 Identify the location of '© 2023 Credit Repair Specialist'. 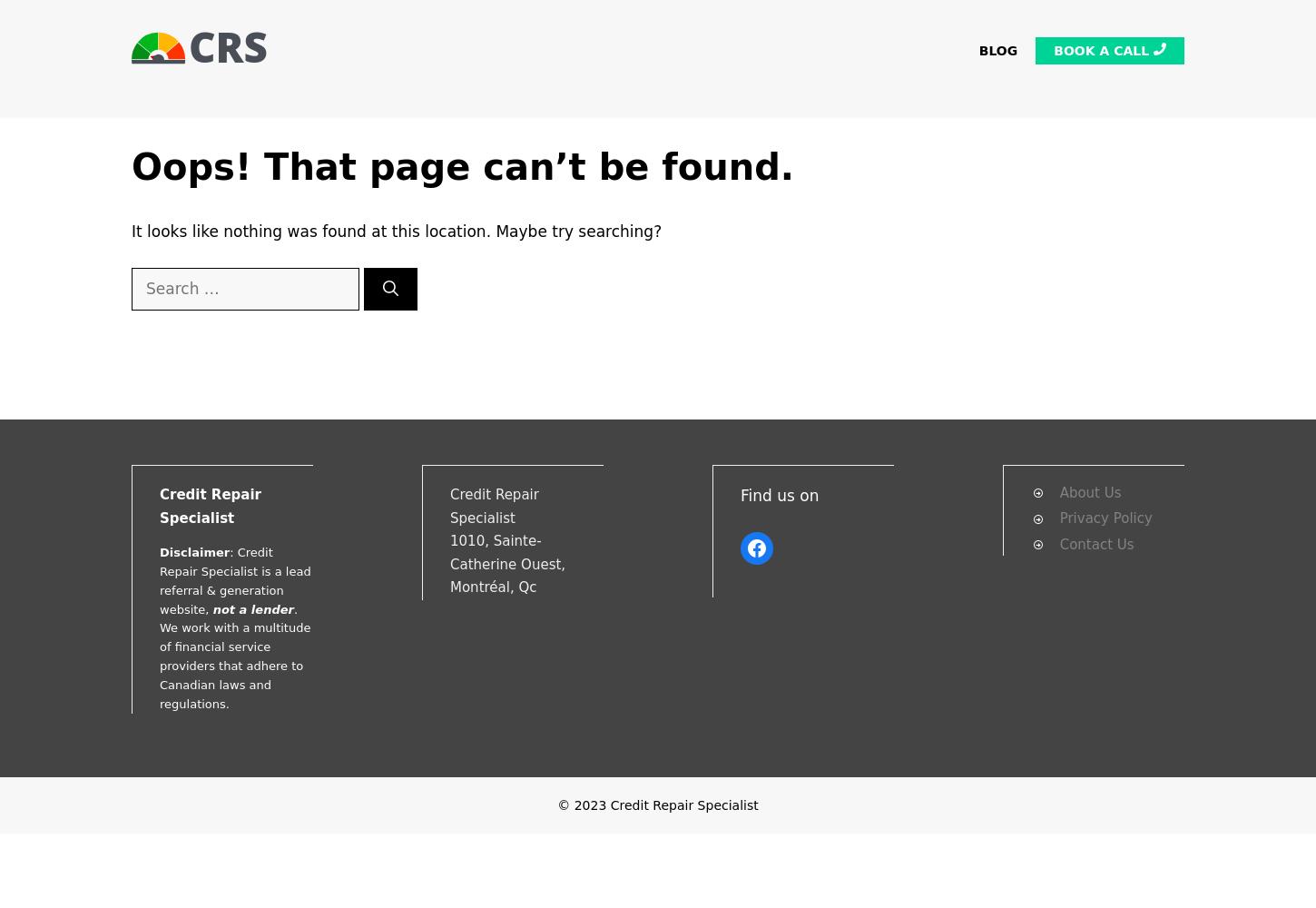
(656, 804).